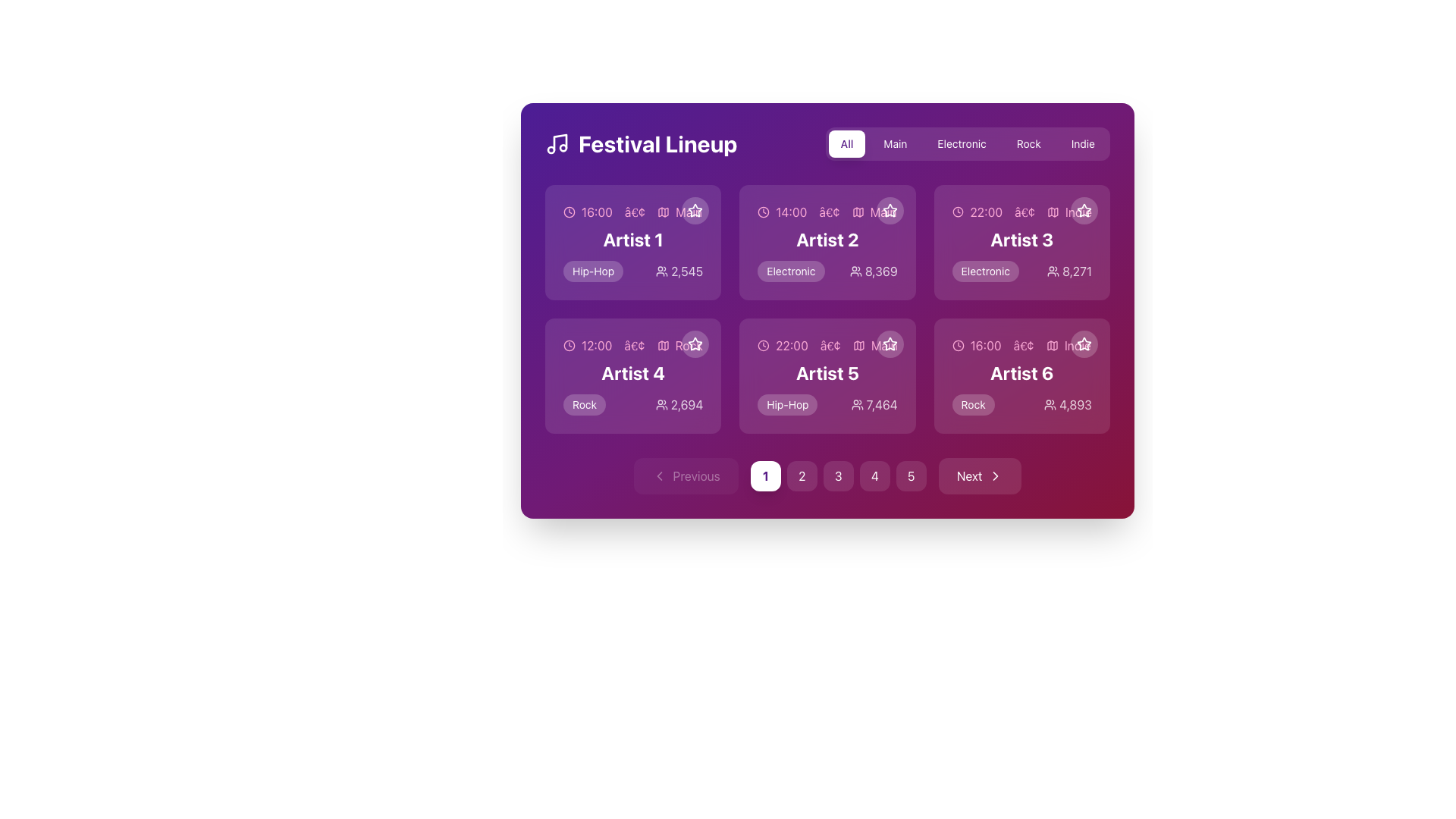  I want to click on the 'Electronic' button, which is the third button in a row of five buttons located in the 'Festival Lineup' section, to filter content by 'Electronic', so click(960, 143).